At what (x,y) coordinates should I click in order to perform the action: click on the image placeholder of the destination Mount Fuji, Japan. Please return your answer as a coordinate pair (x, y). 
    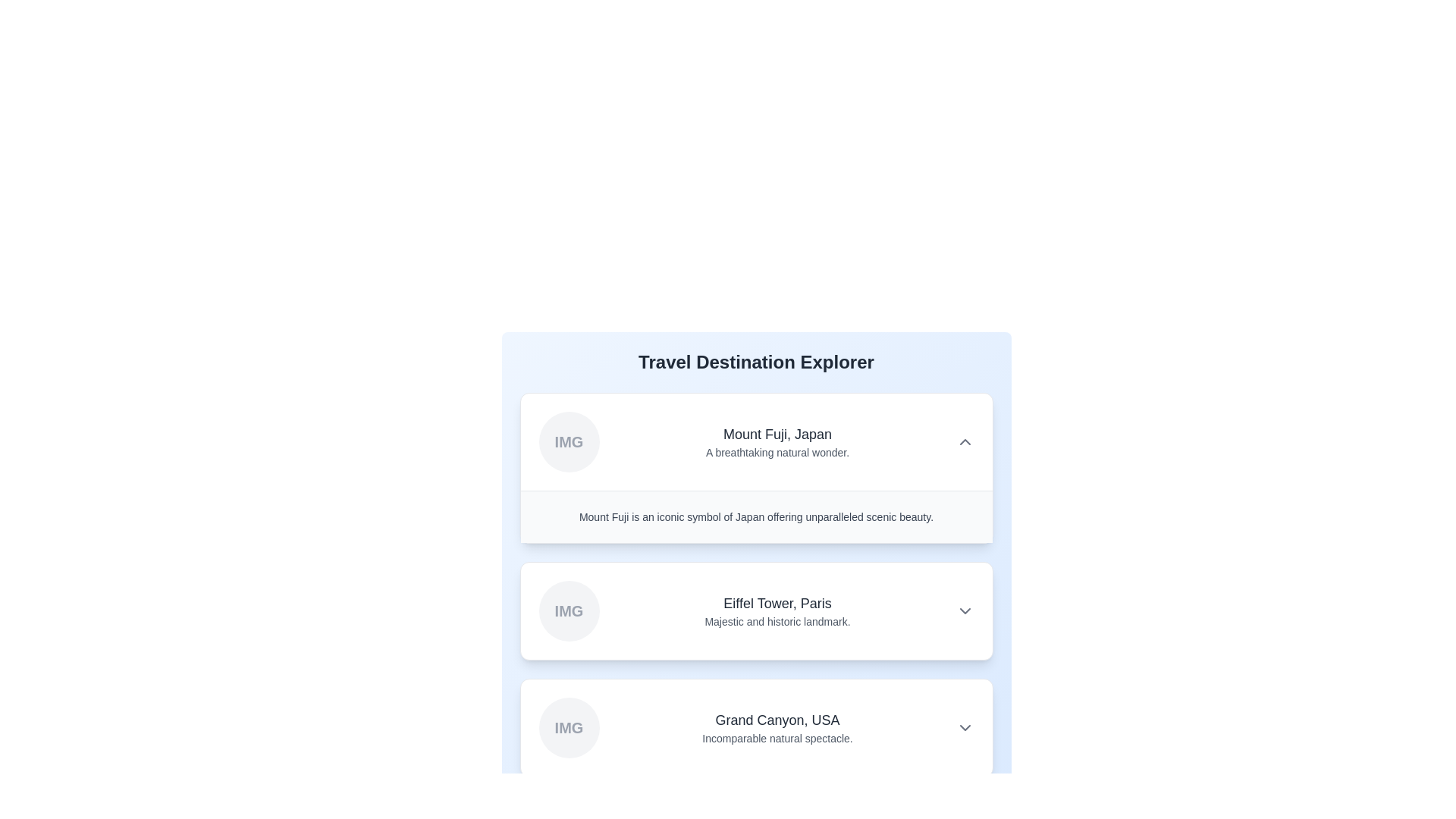
    Looking at the image, I should click on (568, 441).